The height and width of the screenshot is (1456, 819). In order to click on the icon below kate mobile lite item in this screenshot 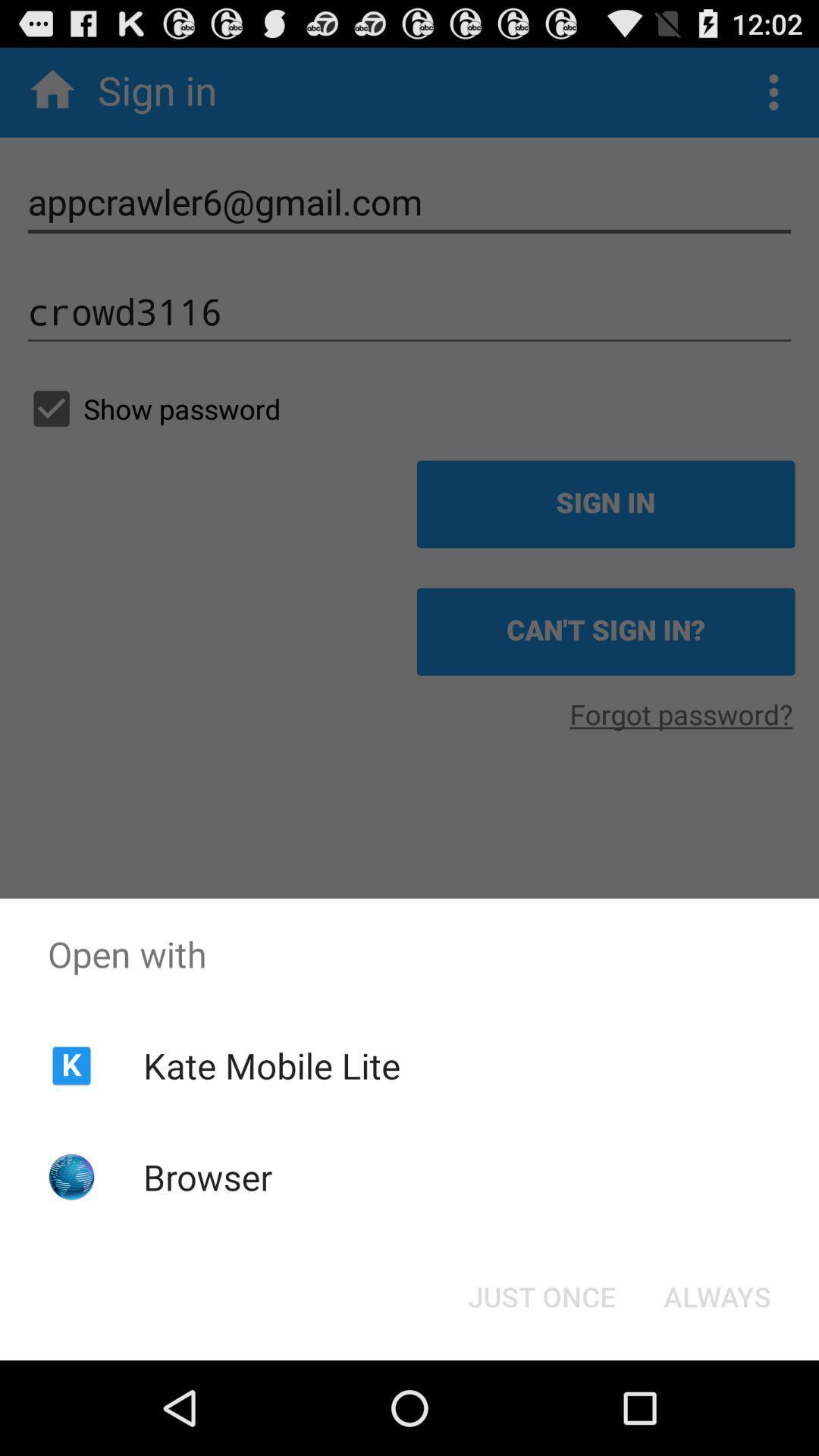, I will do `click(208, 1176)`.